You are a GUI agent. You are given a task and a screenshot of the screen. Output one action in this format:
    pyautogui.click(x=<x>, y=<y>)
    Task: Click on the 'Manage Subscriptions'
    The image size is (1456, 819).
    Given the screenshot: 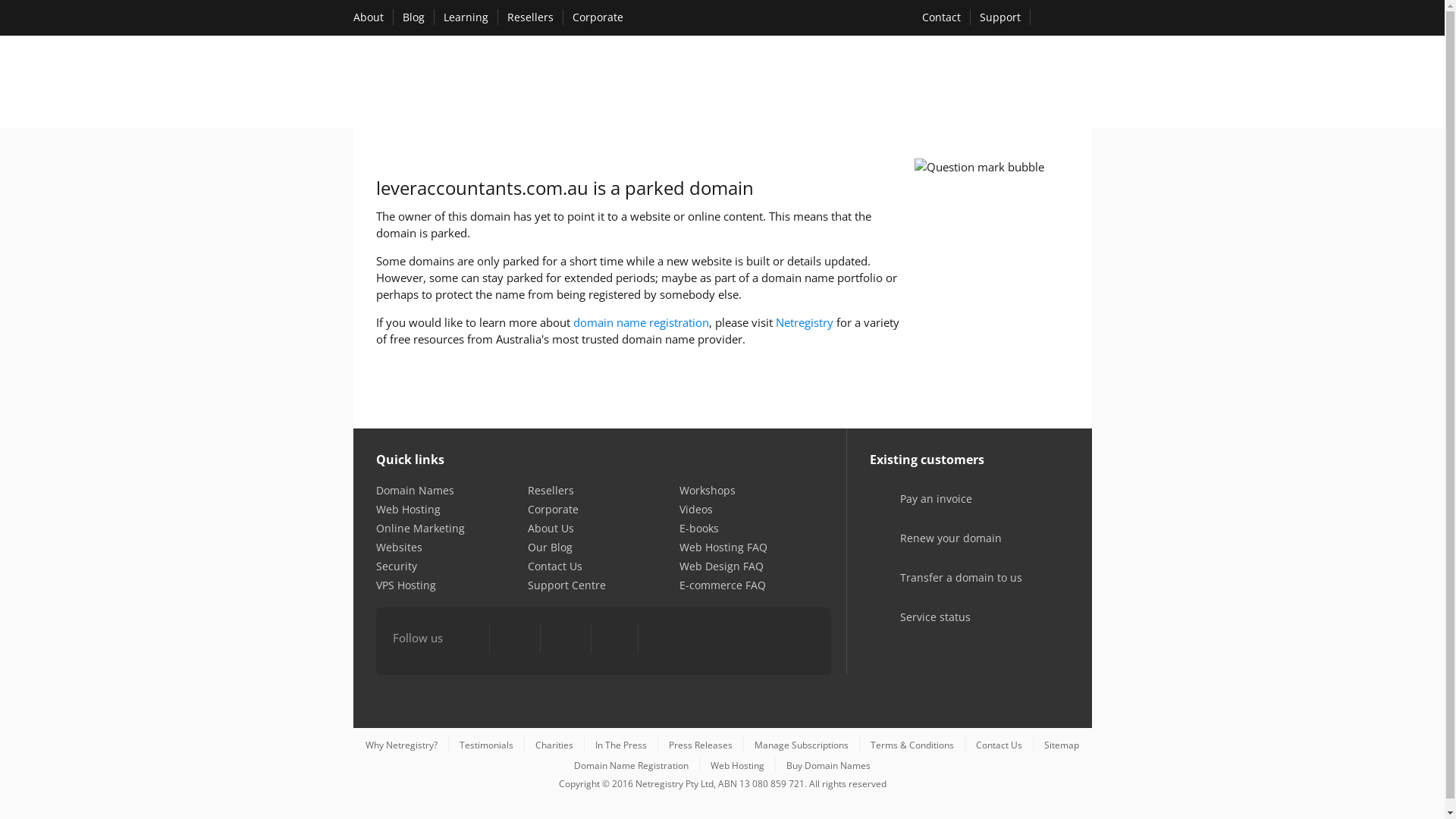 What is the action you would take?
    pyautogui.click(x=754, y=744)
    